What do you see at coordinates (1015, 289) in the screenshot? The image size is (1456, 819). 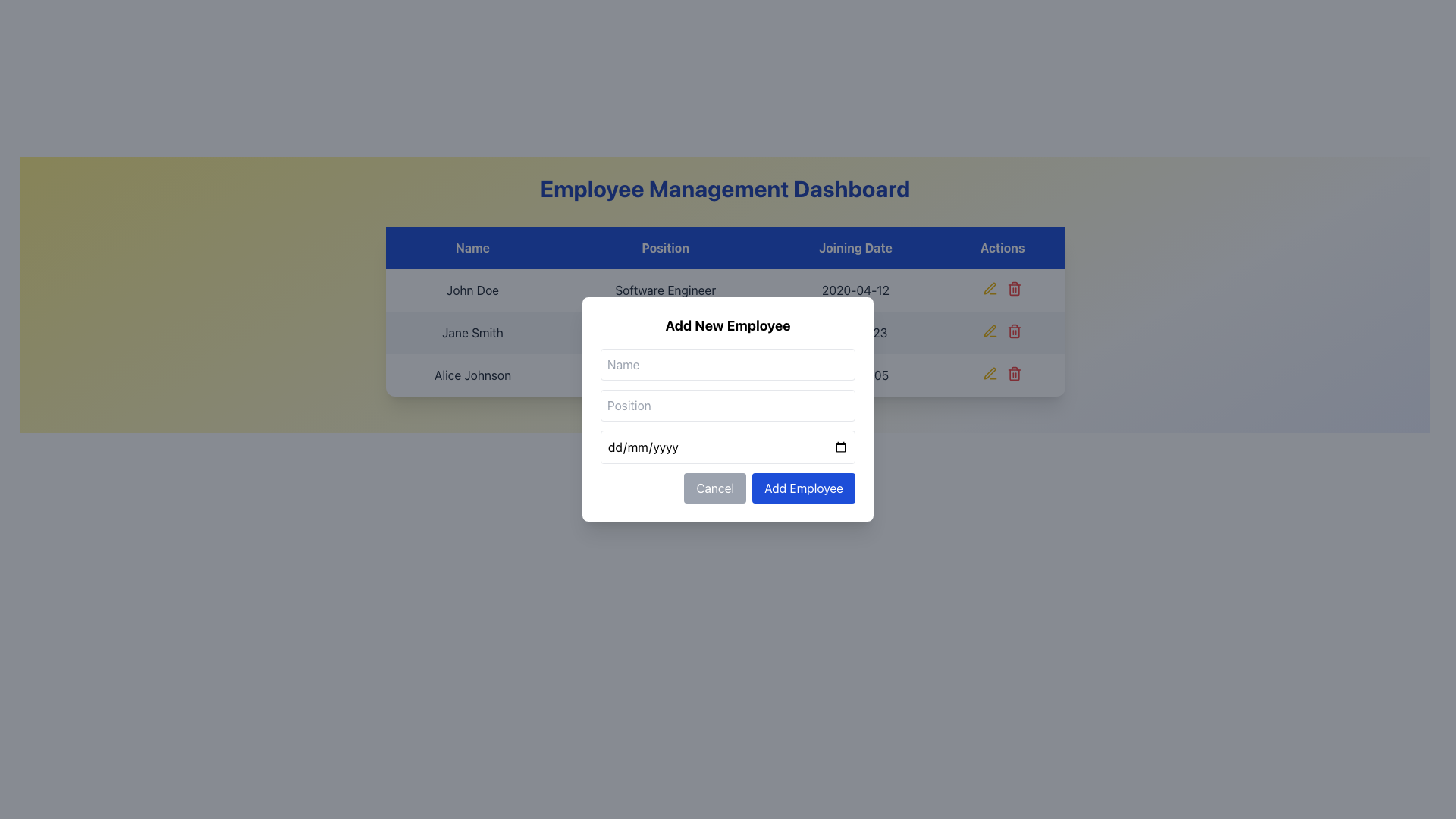 I see `the delete button for John Doe's entry, which is the last button in the 'Actions' column of the first row in the table` at bounding box center [1015, 289].